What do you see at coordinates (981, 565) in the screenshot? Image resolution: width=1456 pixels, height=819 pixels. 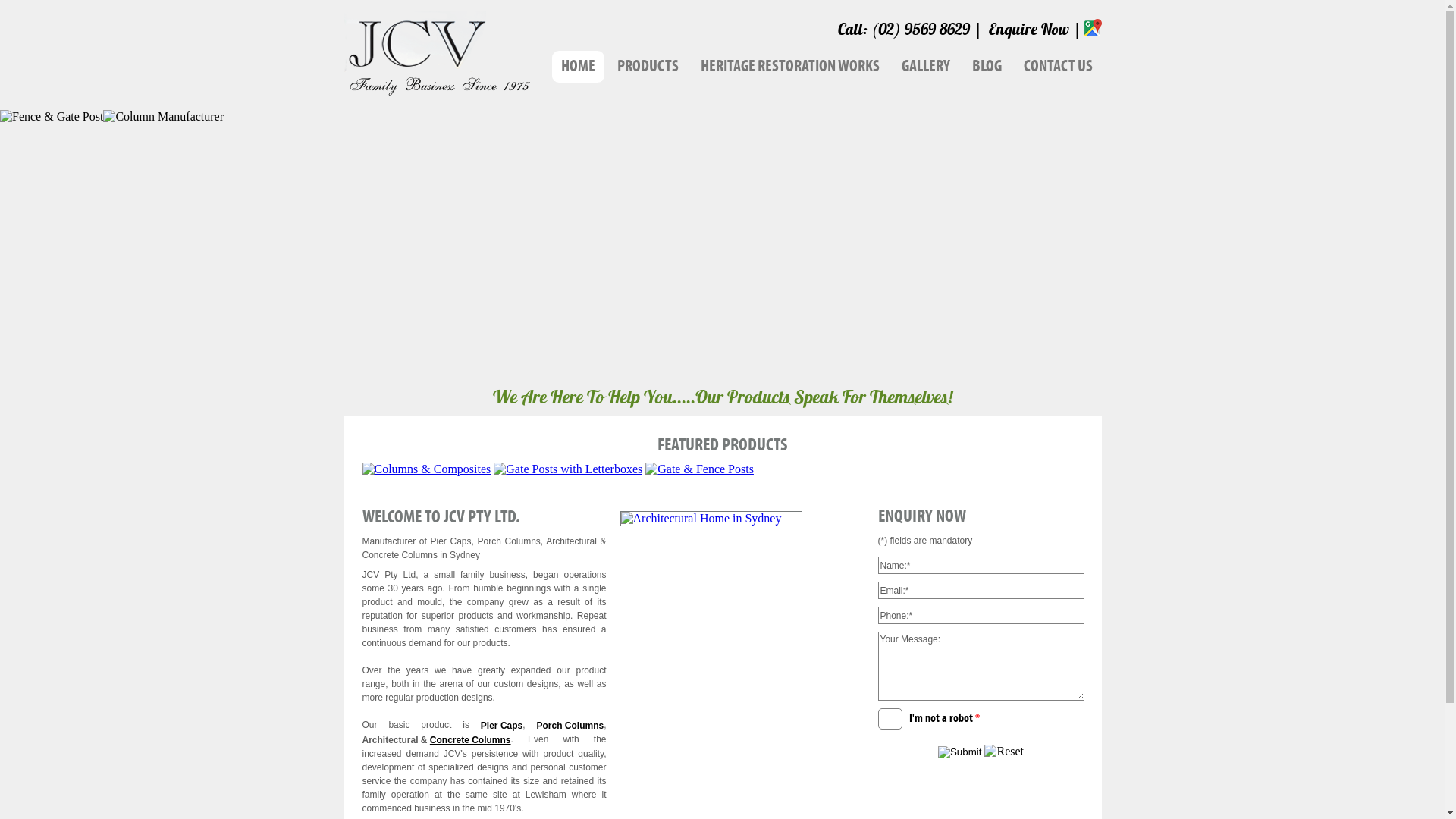 I see `'name'` at bounding box center [981, 565].